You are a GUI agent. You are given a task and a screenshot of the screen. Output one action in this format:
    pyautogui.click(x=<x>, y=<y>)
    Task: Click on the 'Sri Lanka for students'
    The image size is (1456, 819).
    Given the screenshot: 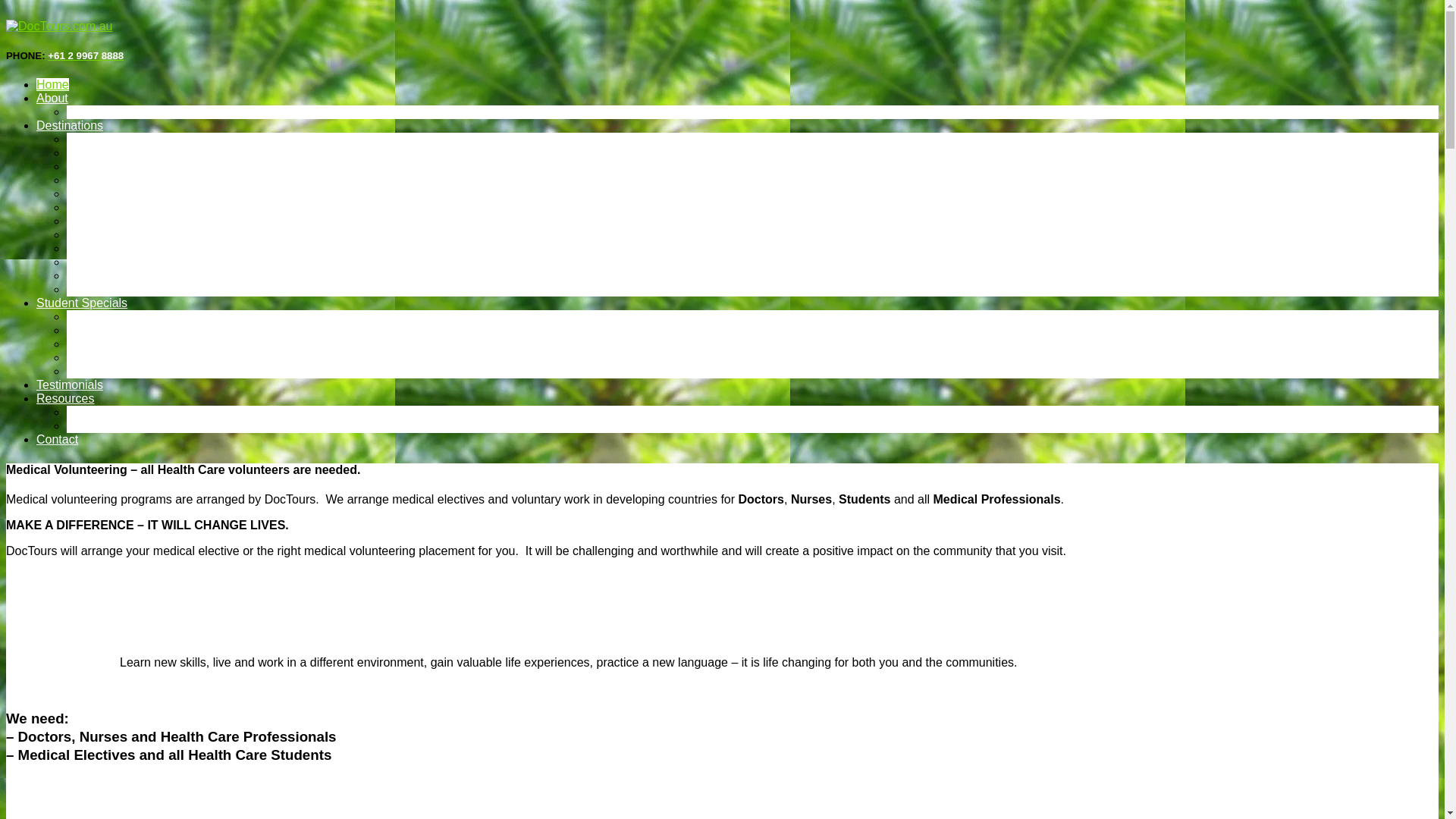 What is the action you would take?
    pyautogui.click(x=126, y=344)
    